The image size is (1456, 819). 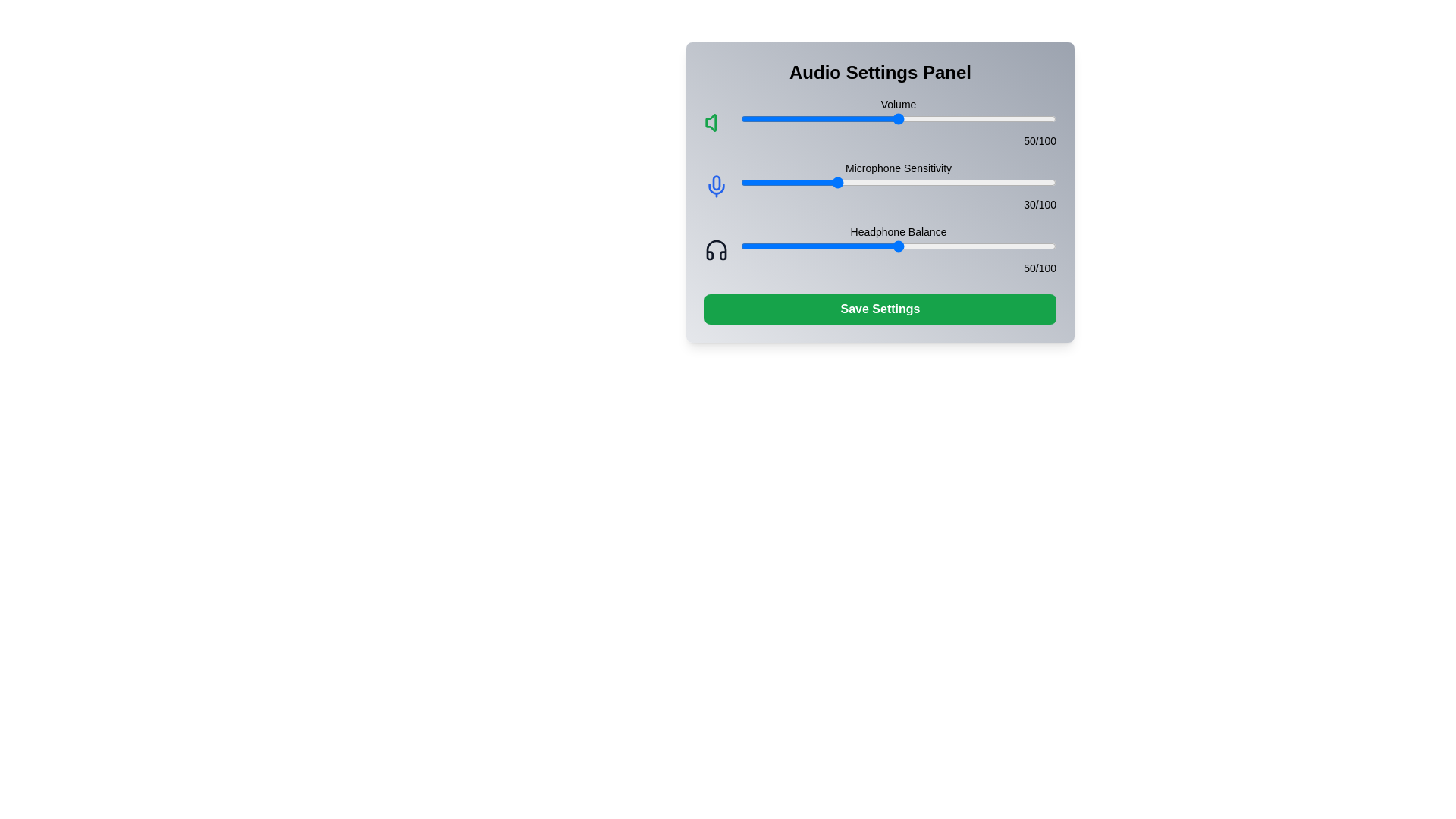 What do you see at coordinates (873, 118) in the screenshot?
I see `volume` at bounding box center [873, 118].